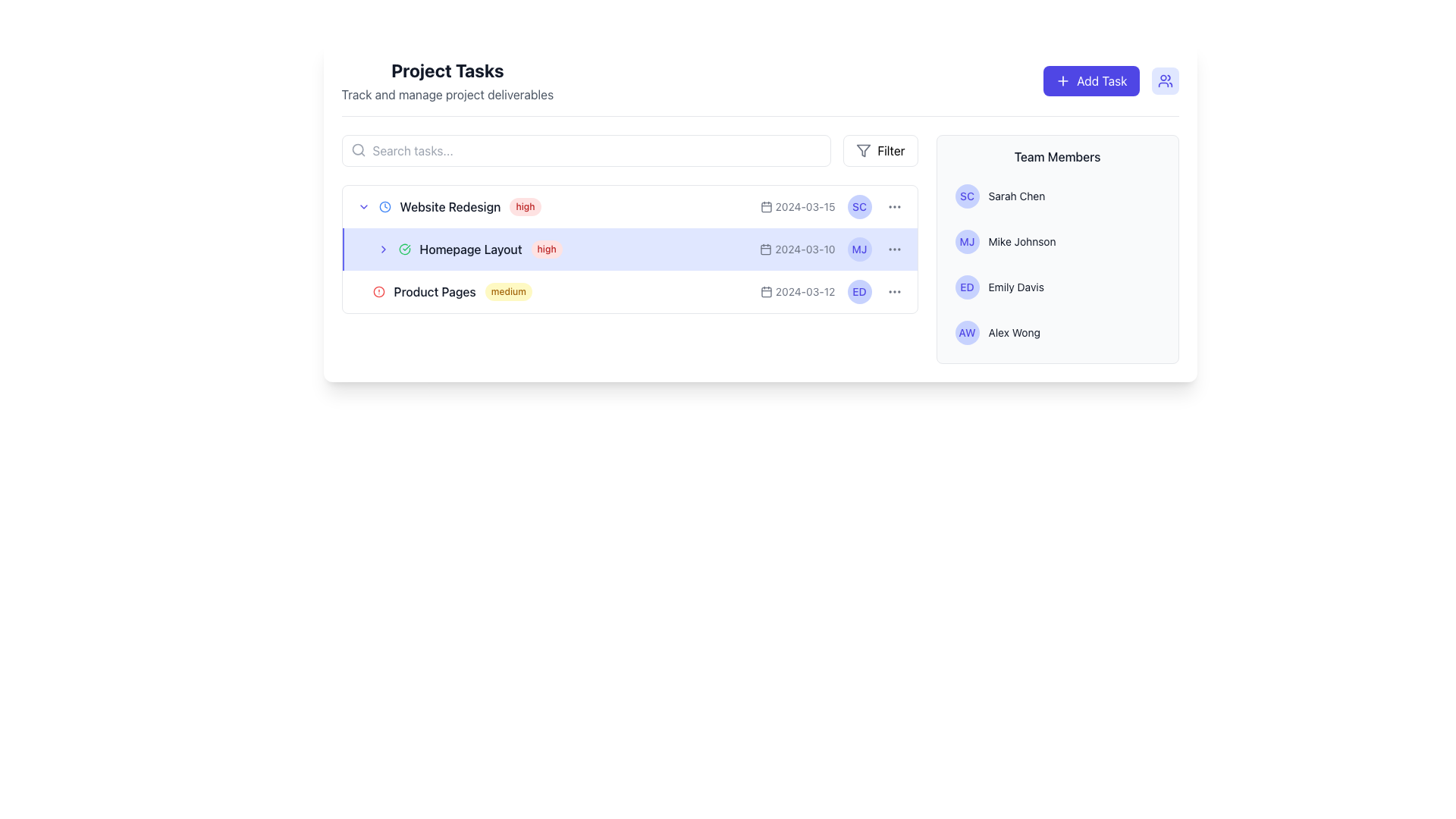  I want to click on the second task card, so click(629, 248).